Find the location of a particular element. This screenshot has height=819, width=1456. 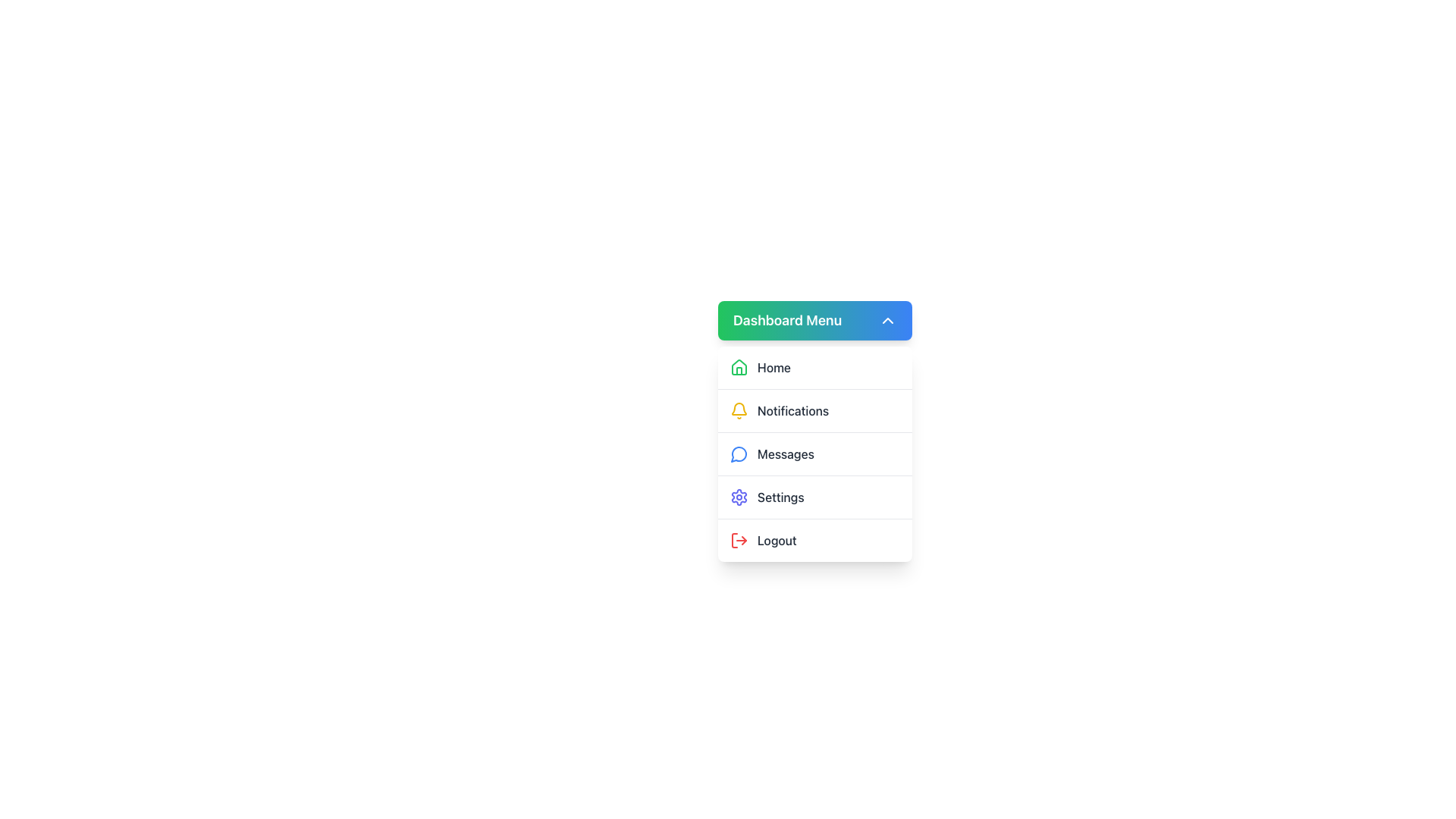

the text label indicating the logout functionality in the dropdown menu, located to the right of the red logout icon is located at coordinates (777, 540).